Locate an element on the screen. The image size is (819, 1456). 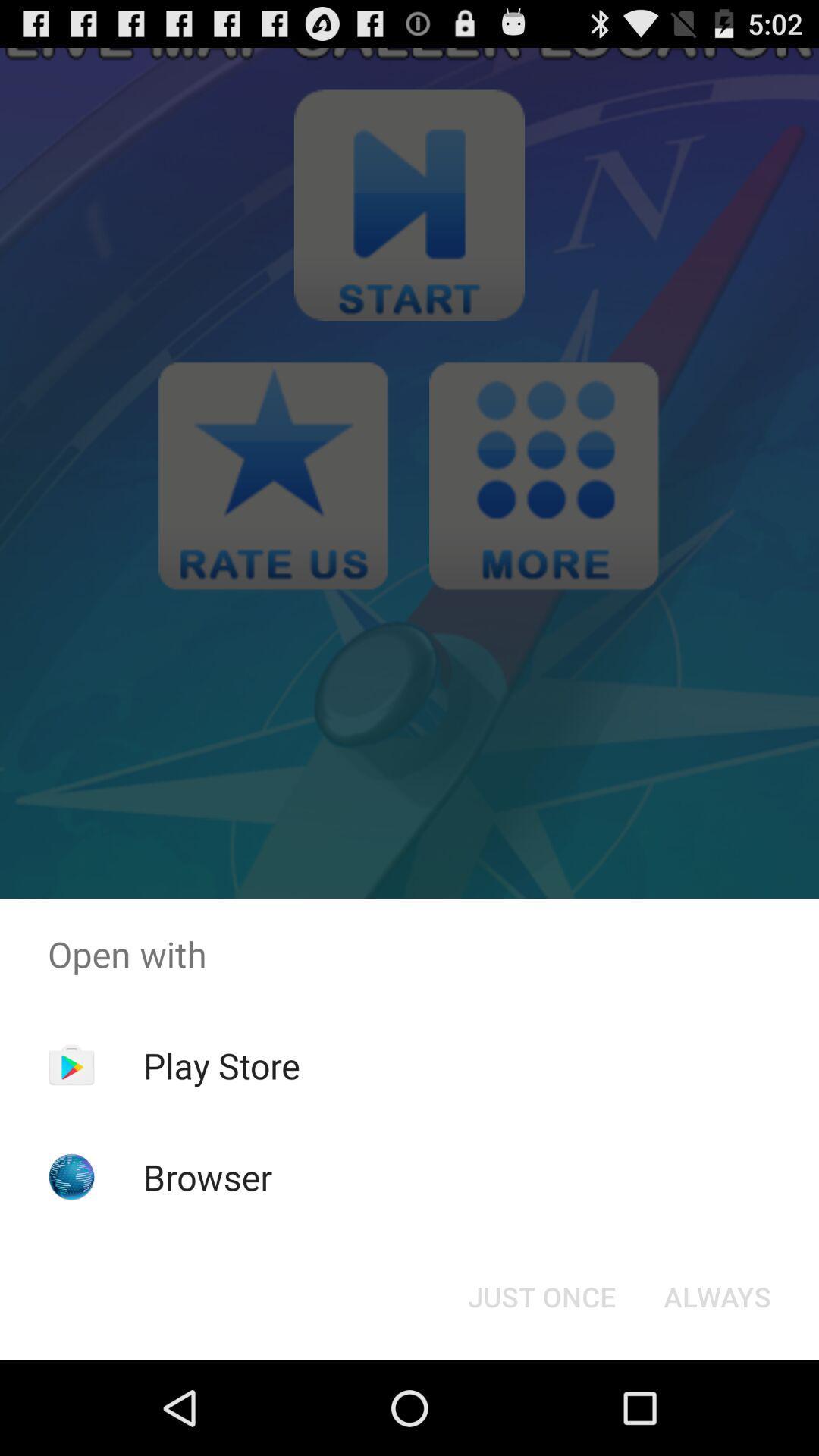
icon at the bottom is located at coordinates (541, 1295).